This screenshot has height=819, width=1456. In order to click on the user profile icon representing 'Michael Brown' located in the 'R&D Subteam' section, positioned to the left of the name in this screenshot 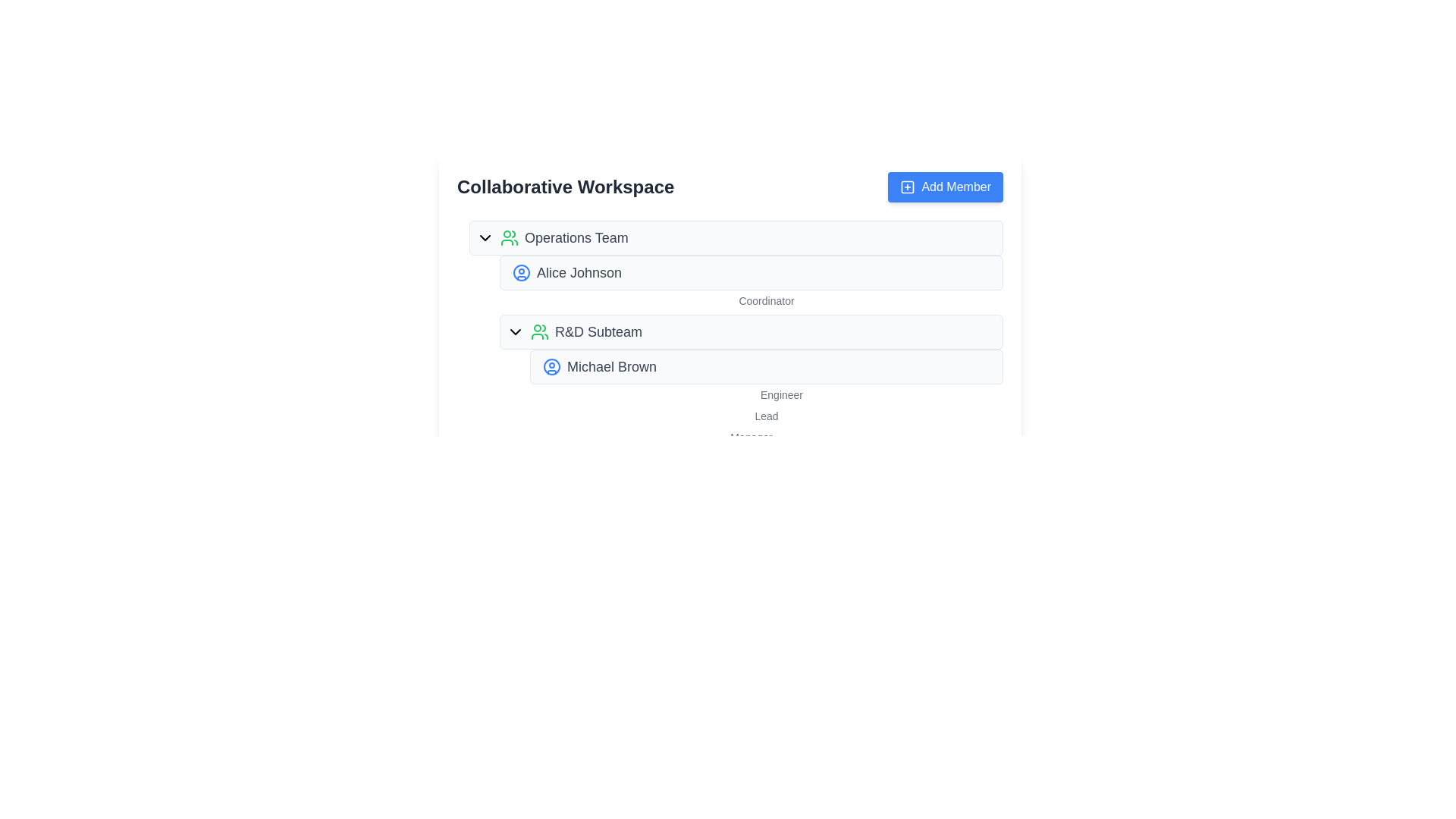, I will do `click(551, 366)`.